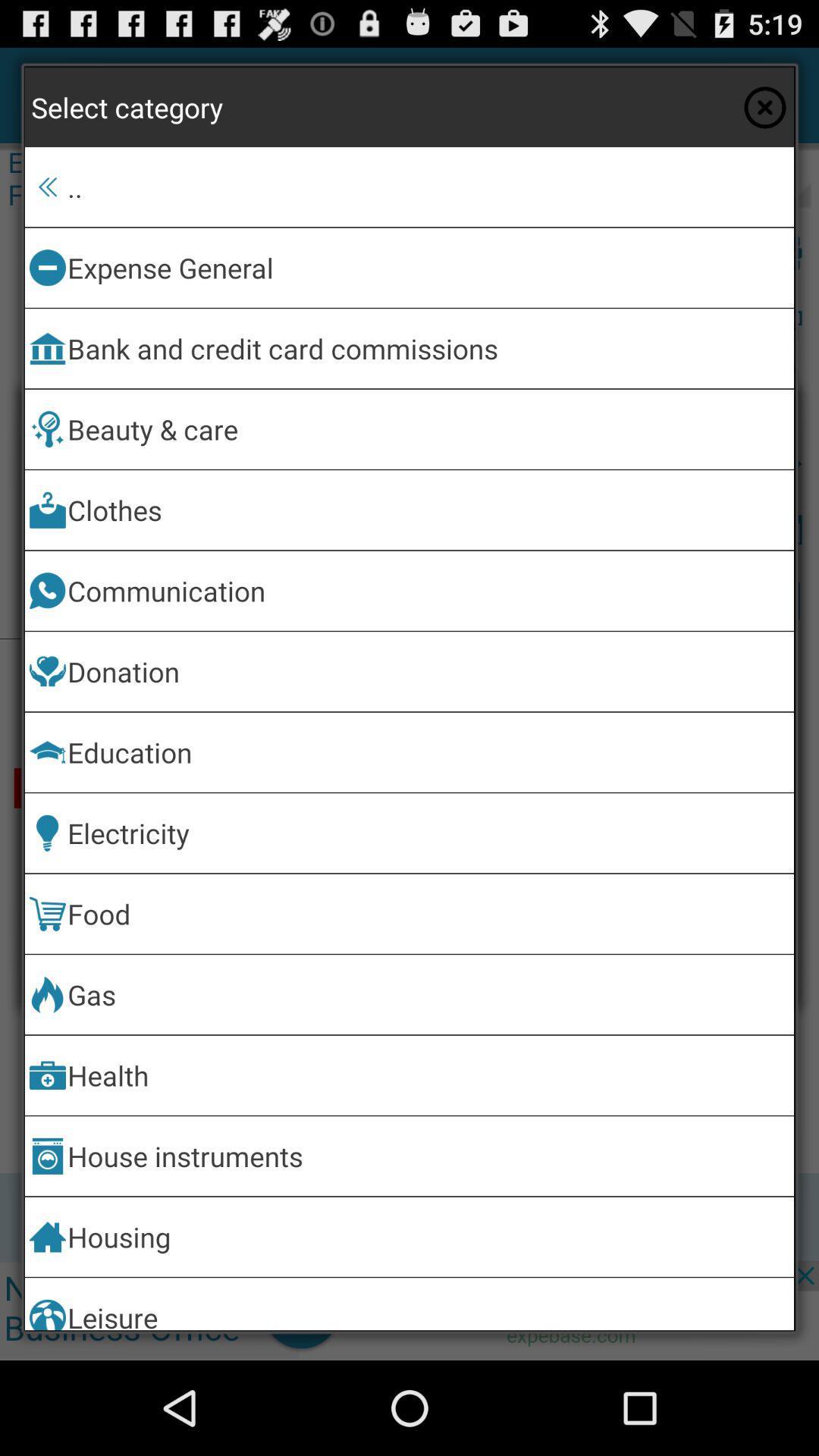 The image size is (819, 1456). I want to click on expense general, so click(428, 268).